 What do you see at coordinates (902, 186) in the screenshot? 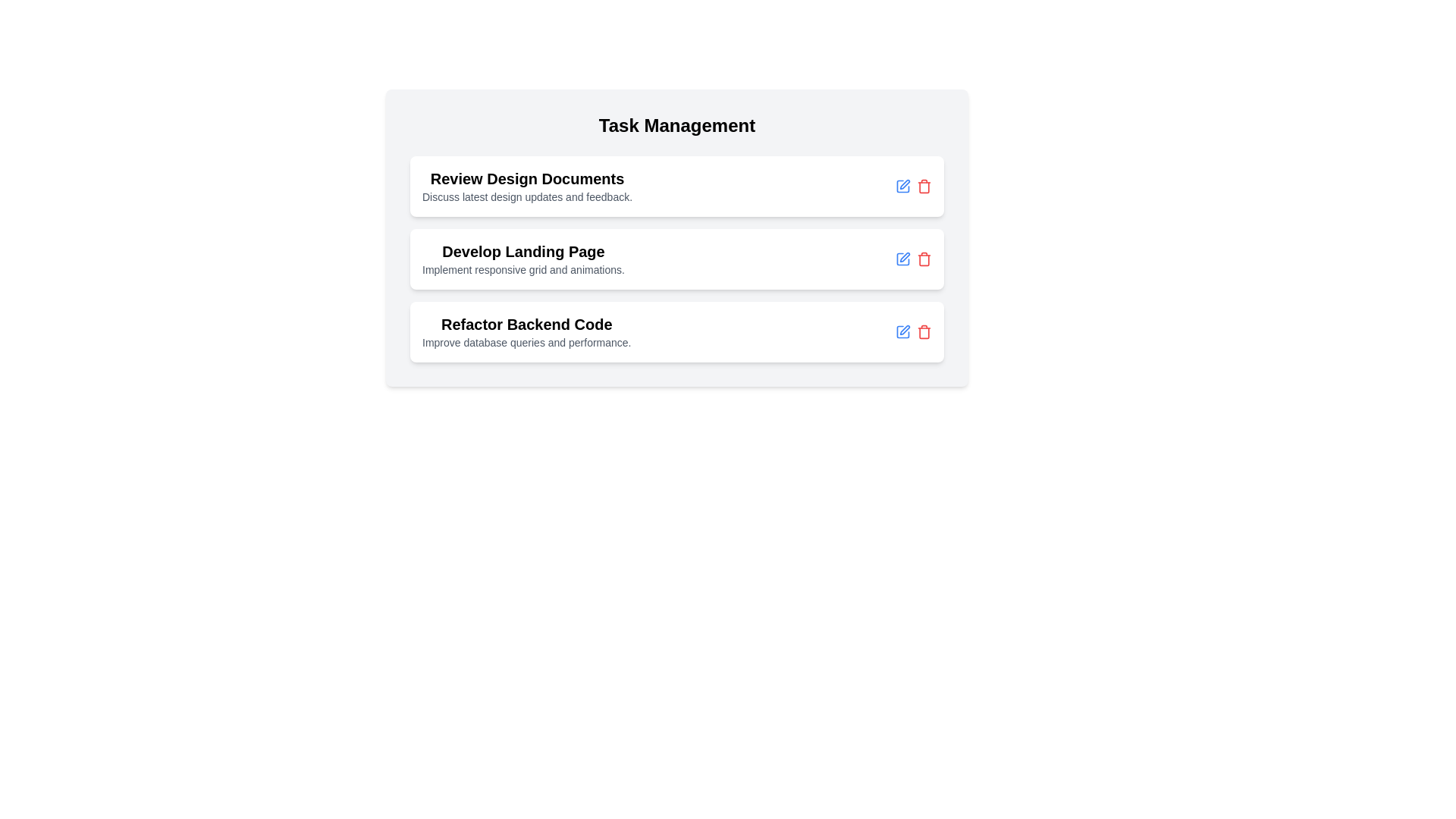
I see `the blue pen icon button, which is the leftmost icon in the group of icons within its task card at the top of the task list` at bounding box center [902, 186].